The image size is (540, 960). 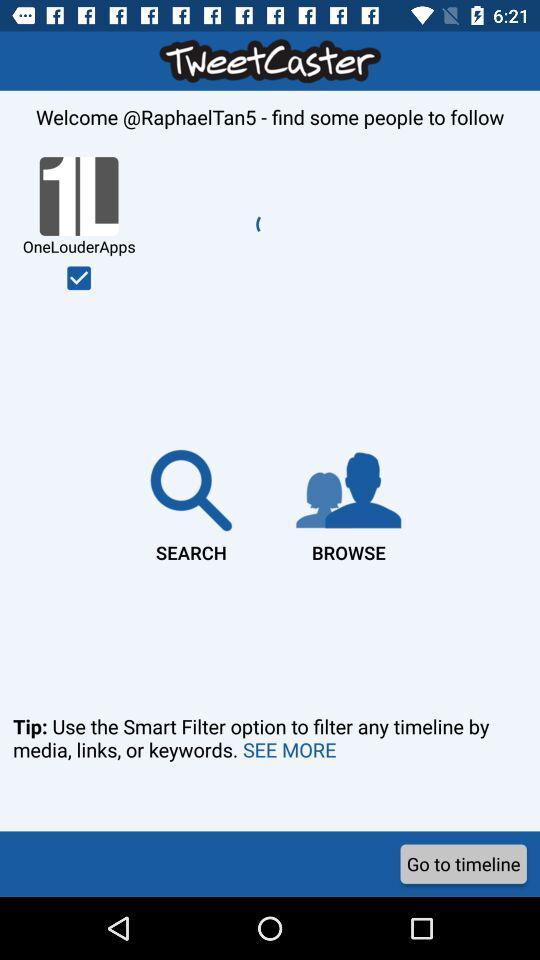 I want to click on this app, so click(x=78, y=277).